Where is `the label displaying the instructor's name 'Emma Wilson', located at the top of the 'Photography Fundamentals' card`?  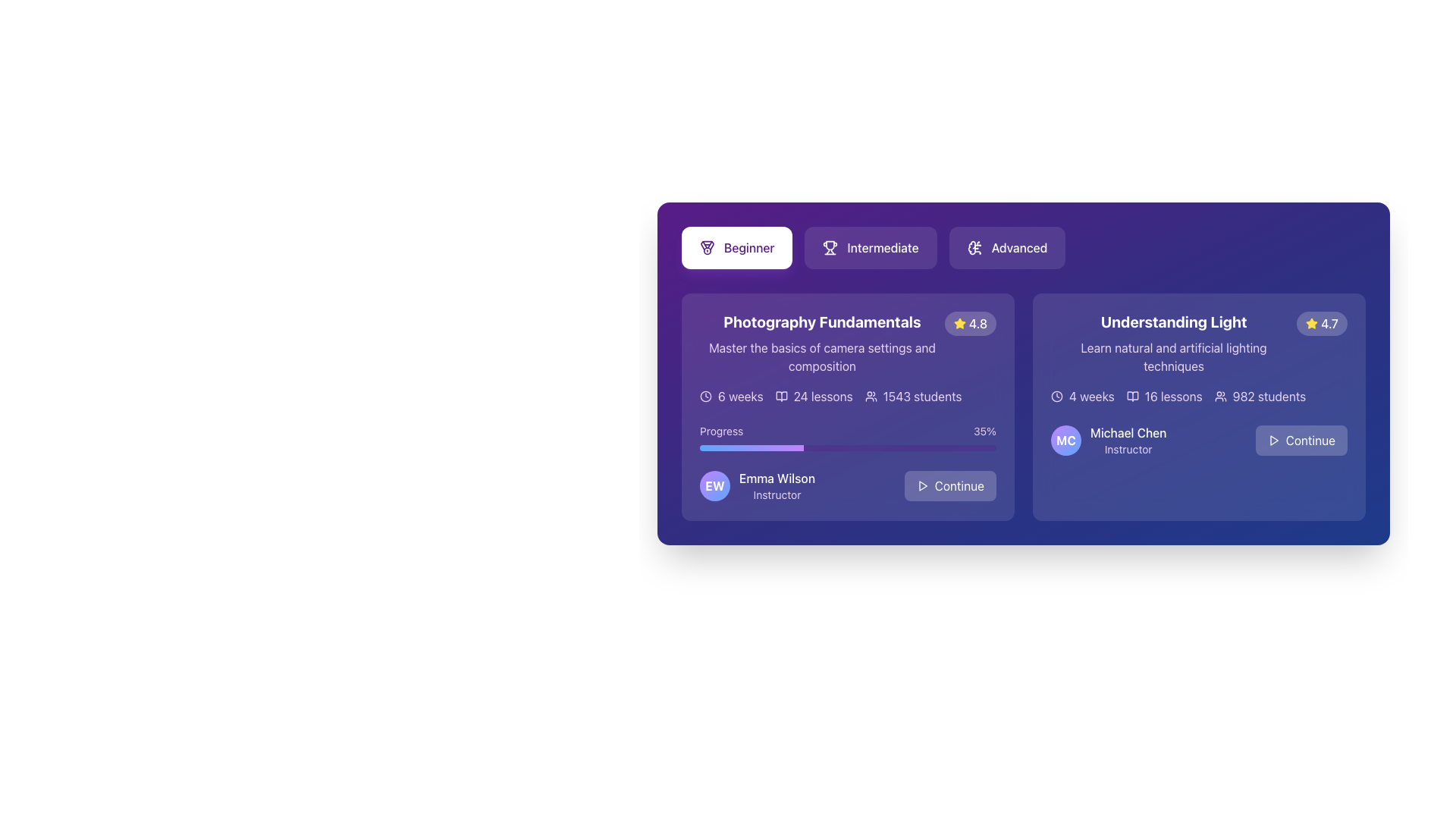 the label displaying the instructor's name 'Emma Wilson', located at the top of the 'Photography Fundamentals' card is located at coordinates (777, 479).